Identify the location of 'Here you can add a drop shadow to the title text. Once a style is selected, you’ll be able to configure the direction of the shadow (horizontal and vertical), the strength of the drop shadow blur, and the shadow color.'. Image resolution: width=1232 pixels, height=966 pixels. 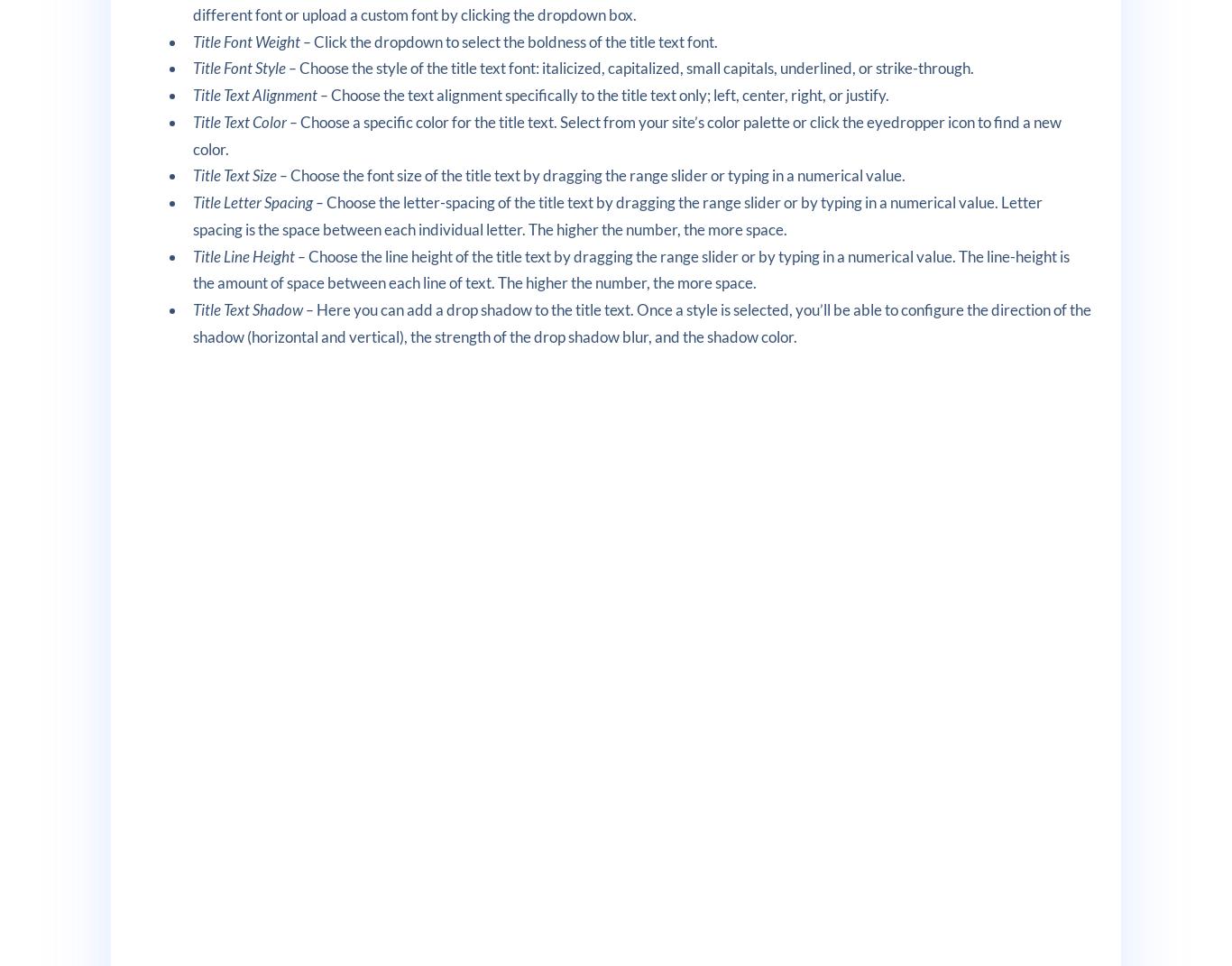
(192, 321).